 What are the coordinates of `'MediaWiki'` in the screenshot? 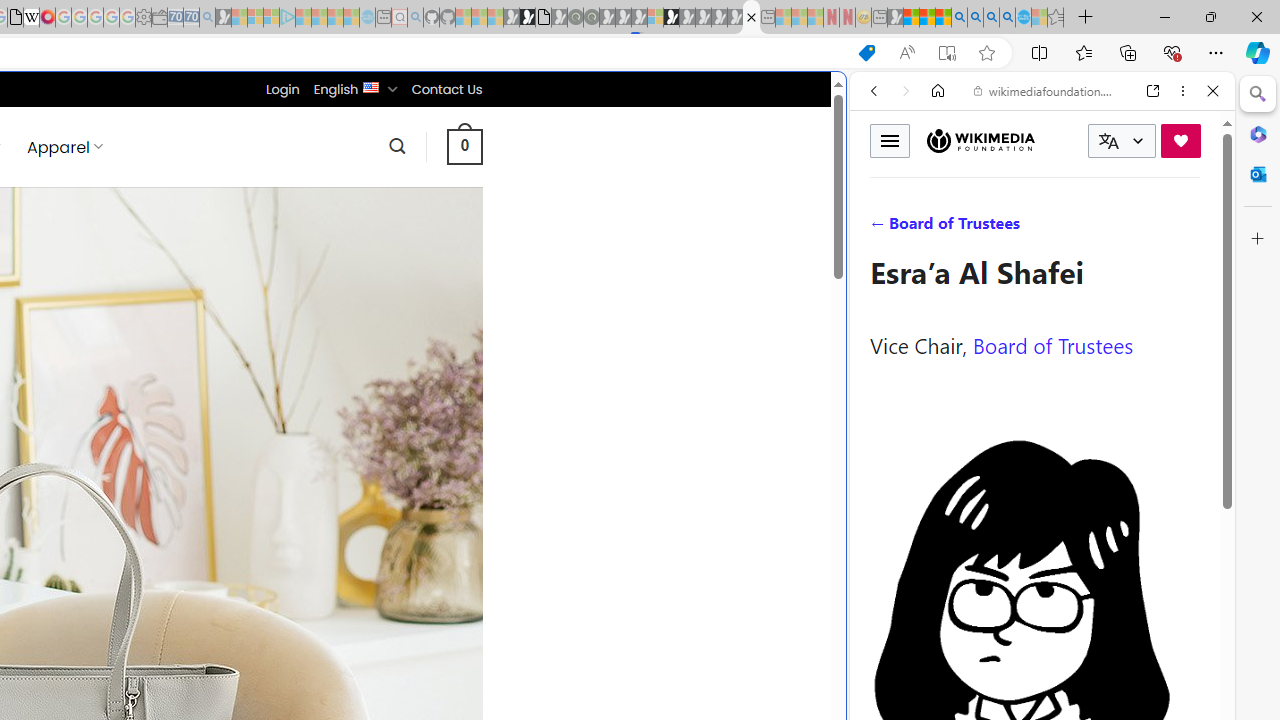 It's located at (47, 17).